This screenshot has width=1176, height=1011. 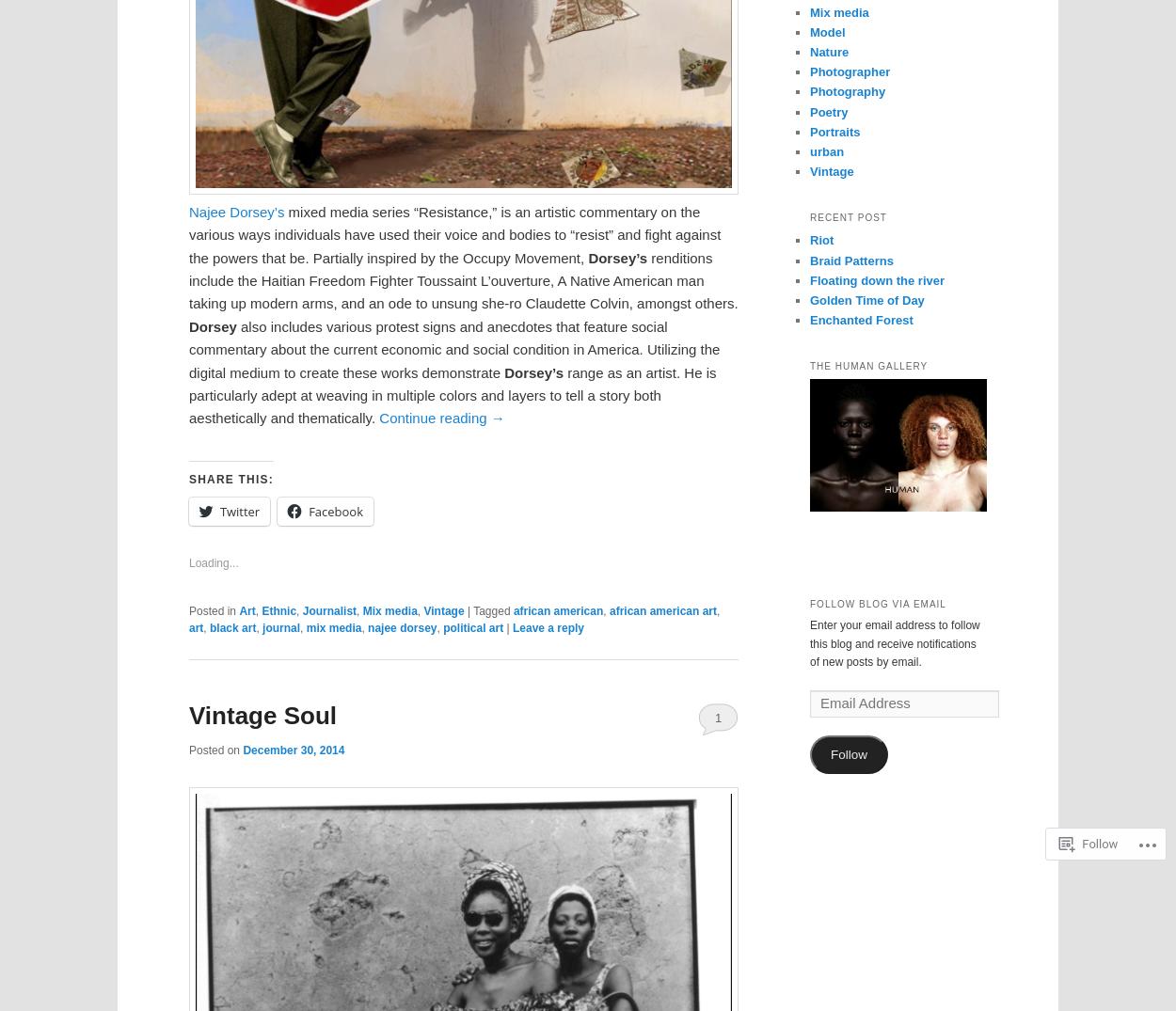 What do you see at coordinates (231, 627) in the screenshot?
I see `'black art'` at bounding box center [231, 627].